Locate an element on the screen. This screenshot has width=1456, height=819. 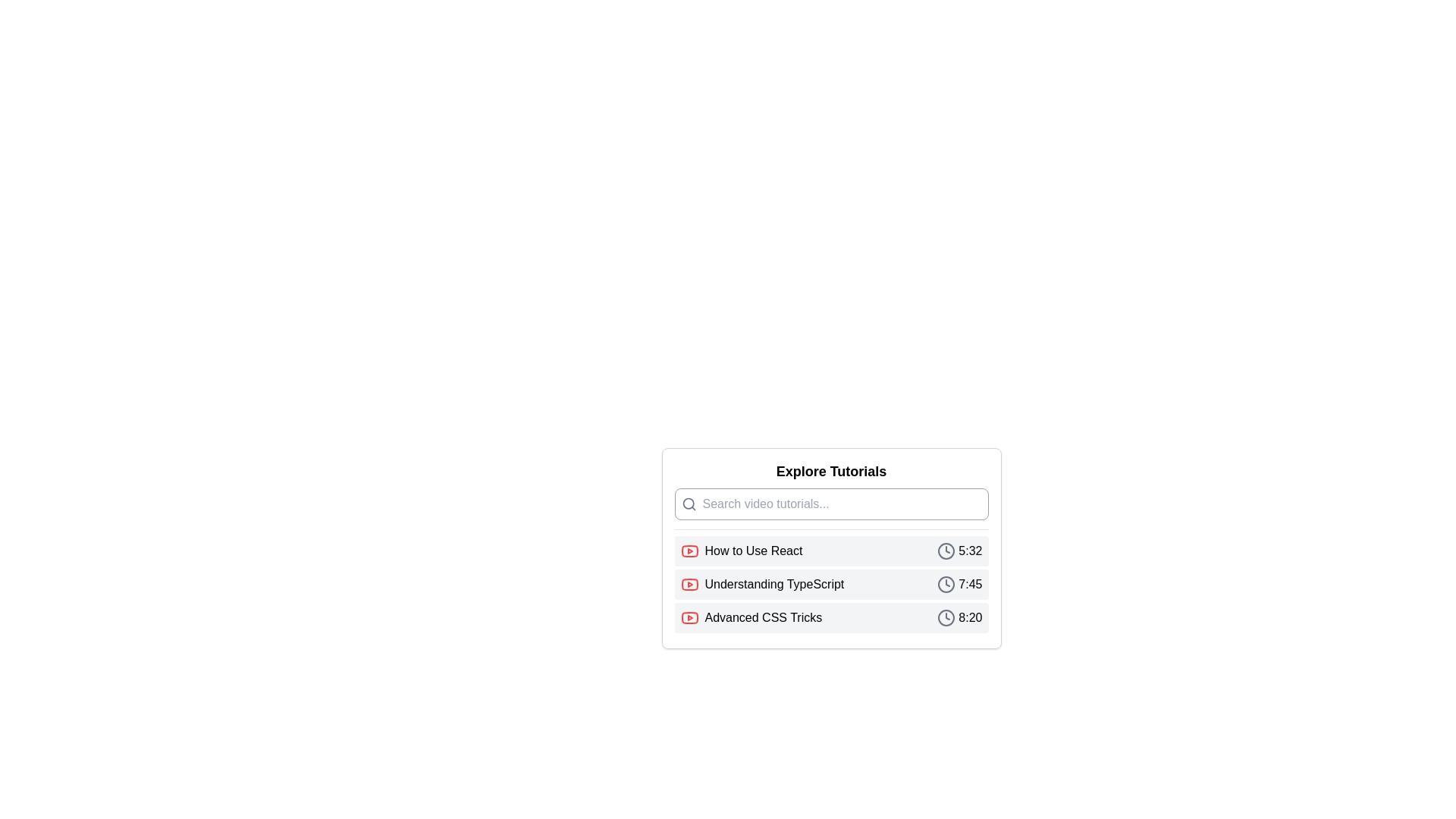
static text label displaying '5:32', which is positioned to the right of the clock icon in the tutorial interface is located at coordinates (969, 551).